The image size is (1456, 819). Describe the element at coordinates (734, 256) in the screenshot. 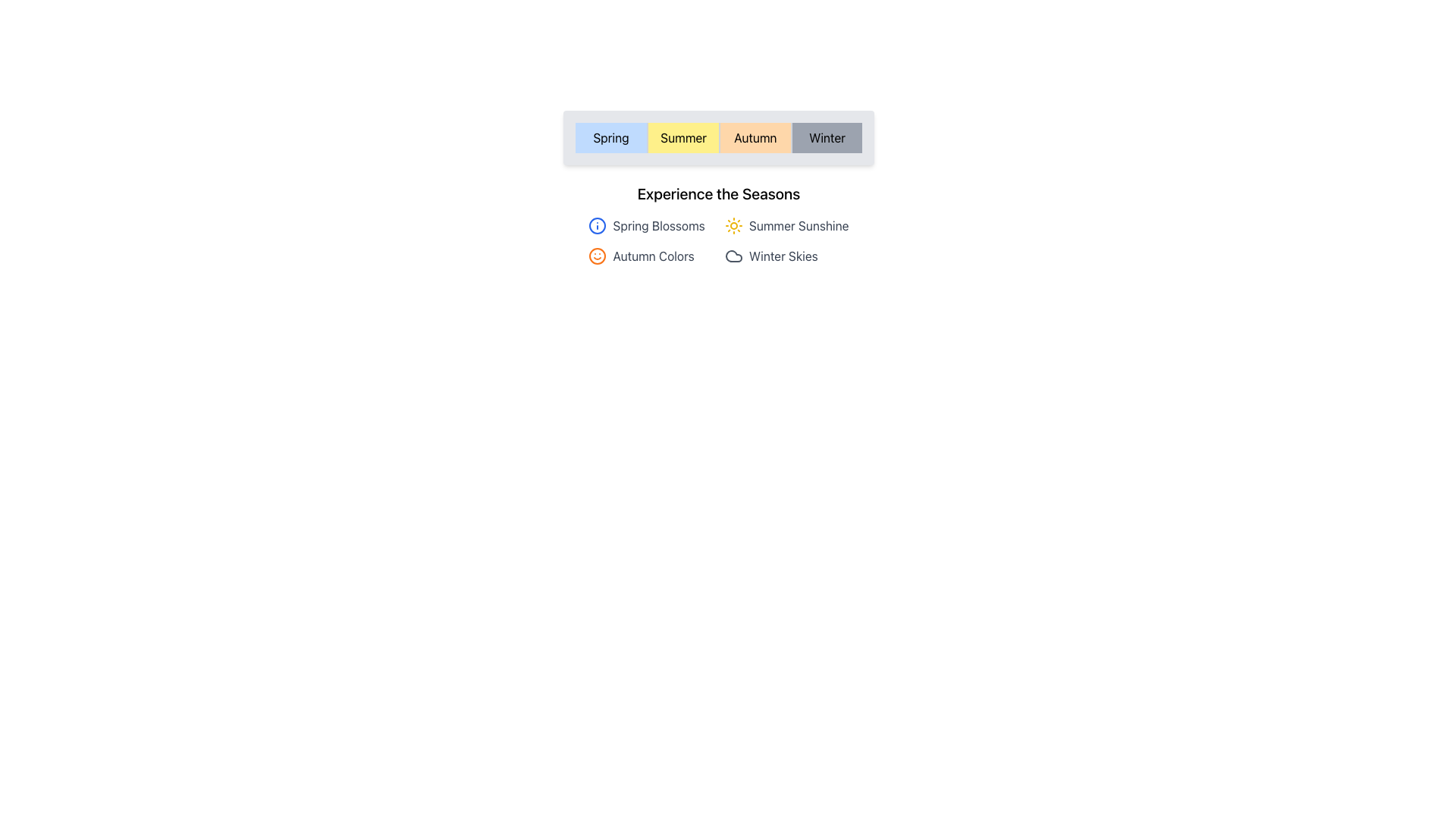

I see `the decorative icon representing 'Winter Skies' located in the bottom right of the four icon-text representations for interaction` at that location.